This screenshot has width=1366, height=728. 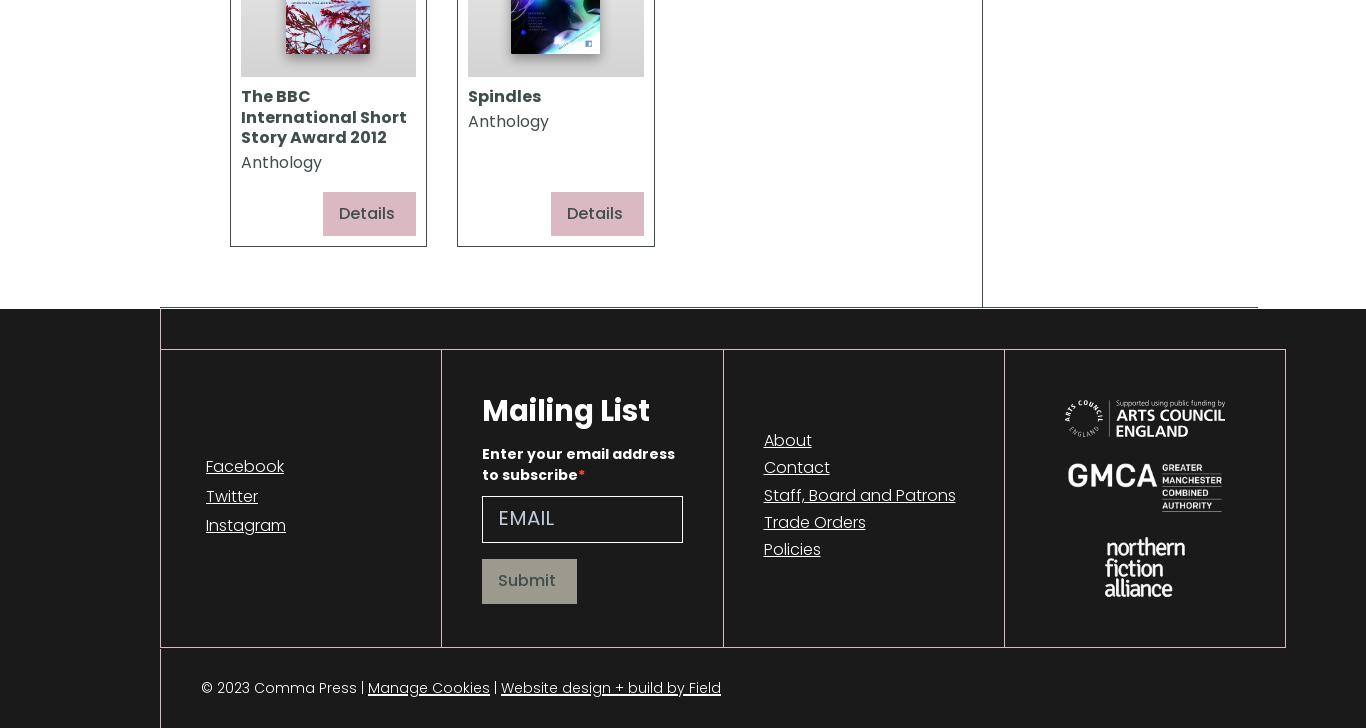 I want to click on 'Facebook', so click(x=204, y=465).